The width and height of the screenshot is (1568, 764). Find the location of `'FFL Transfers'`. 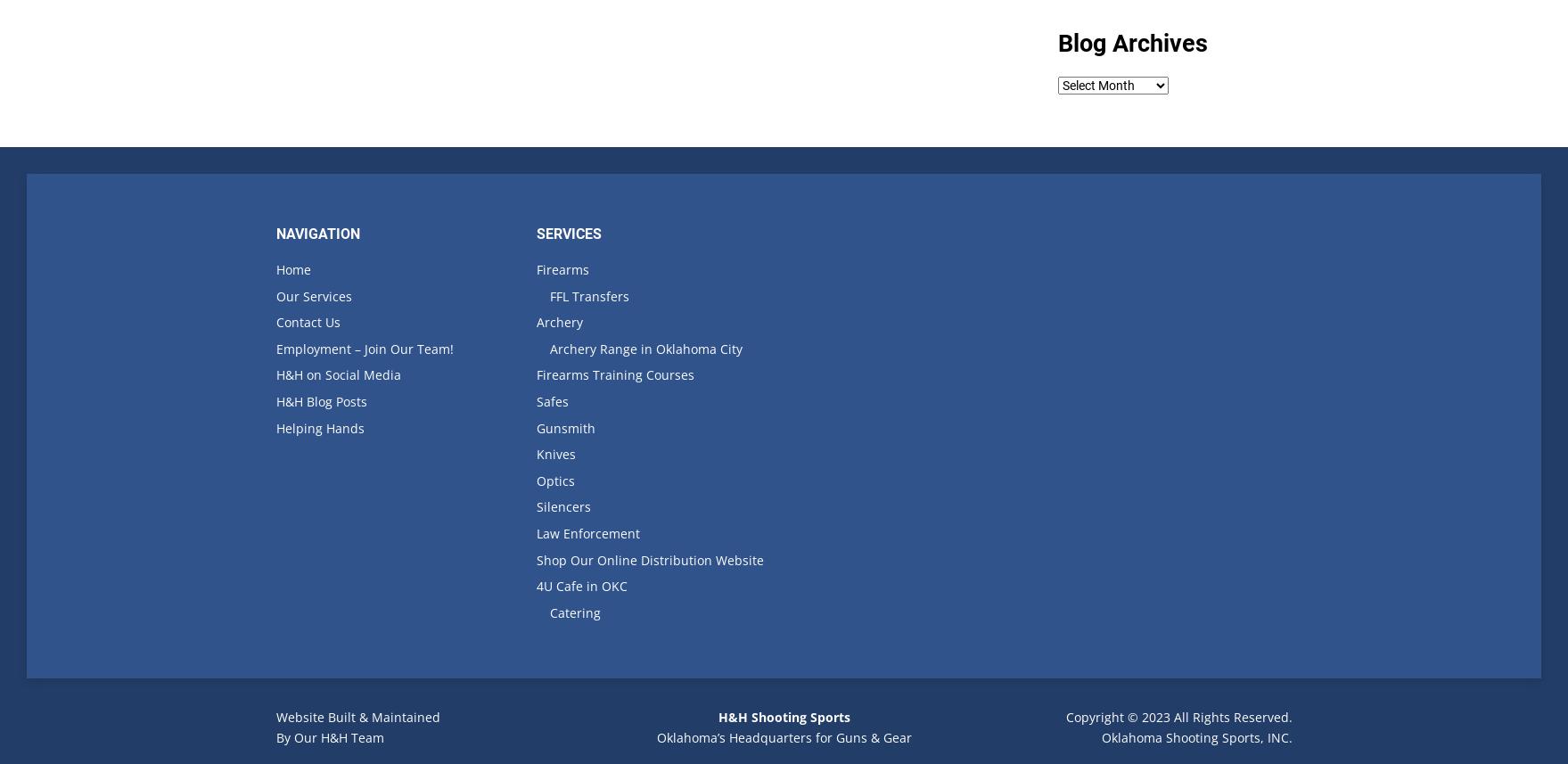

'FFL Transfers' is located at coordinates (588, 295).